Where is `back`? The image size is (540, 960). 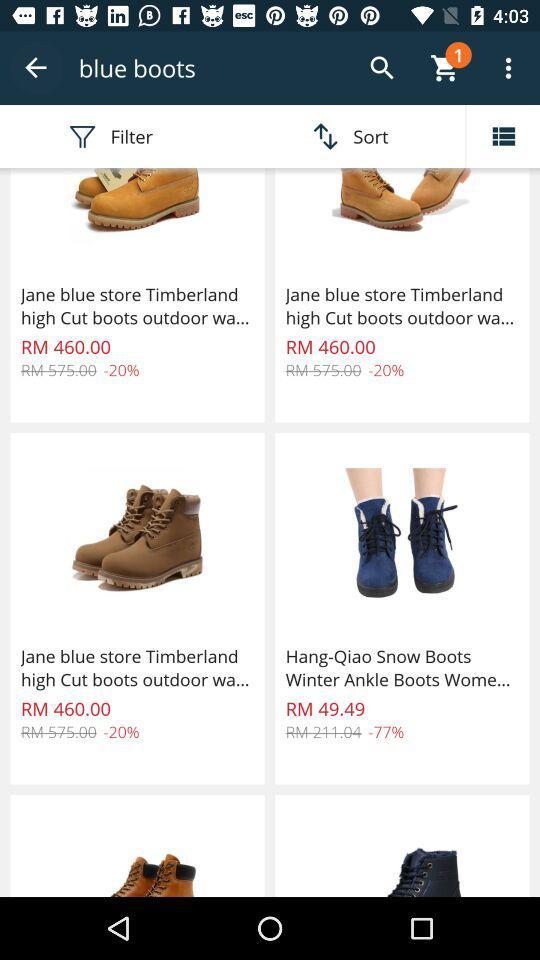 back is located at coordinates (36, 68).